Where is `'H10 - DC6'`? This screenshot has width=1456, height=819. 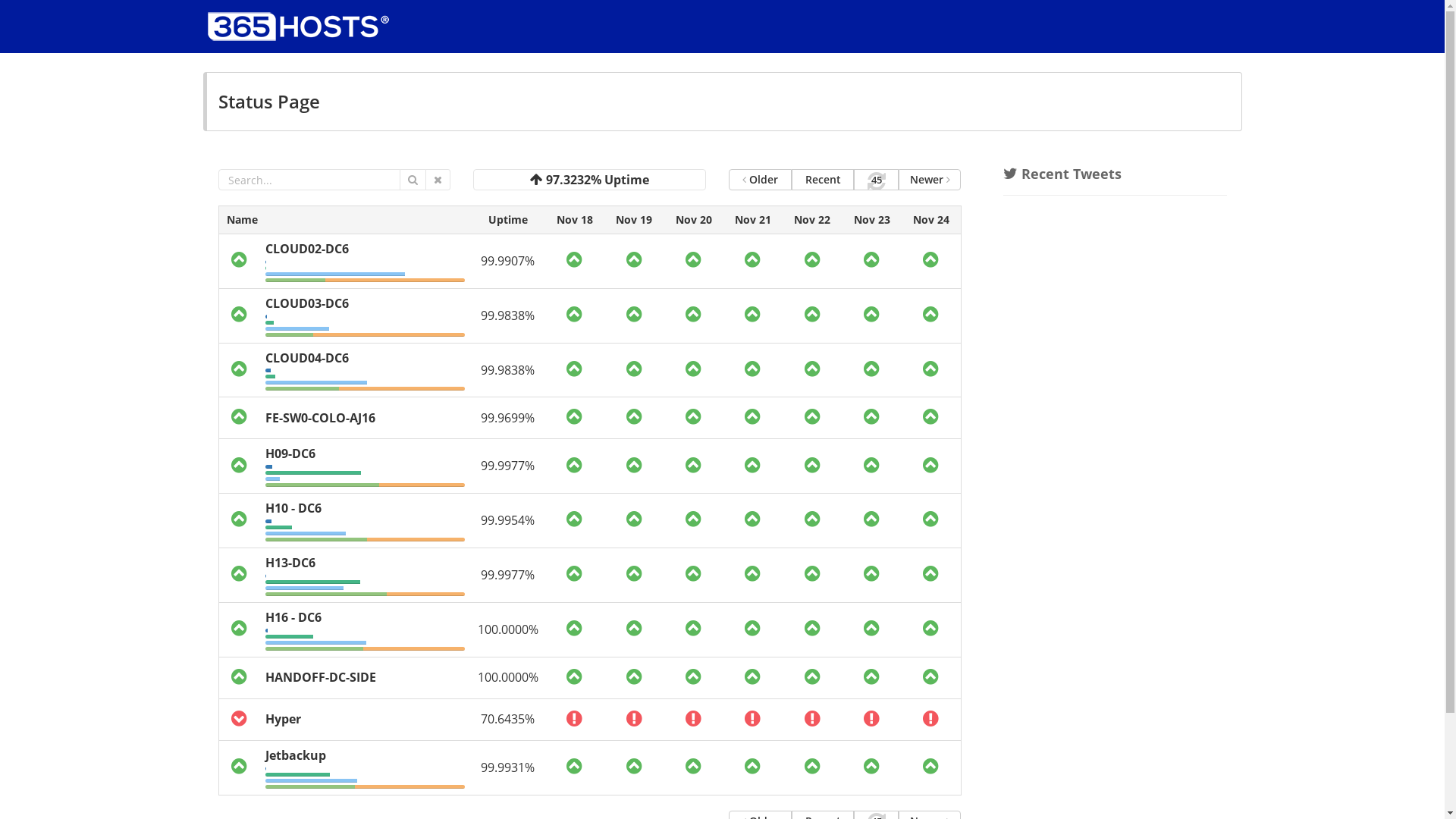
'H10 - DC6' is located at coordinates (293, 508).